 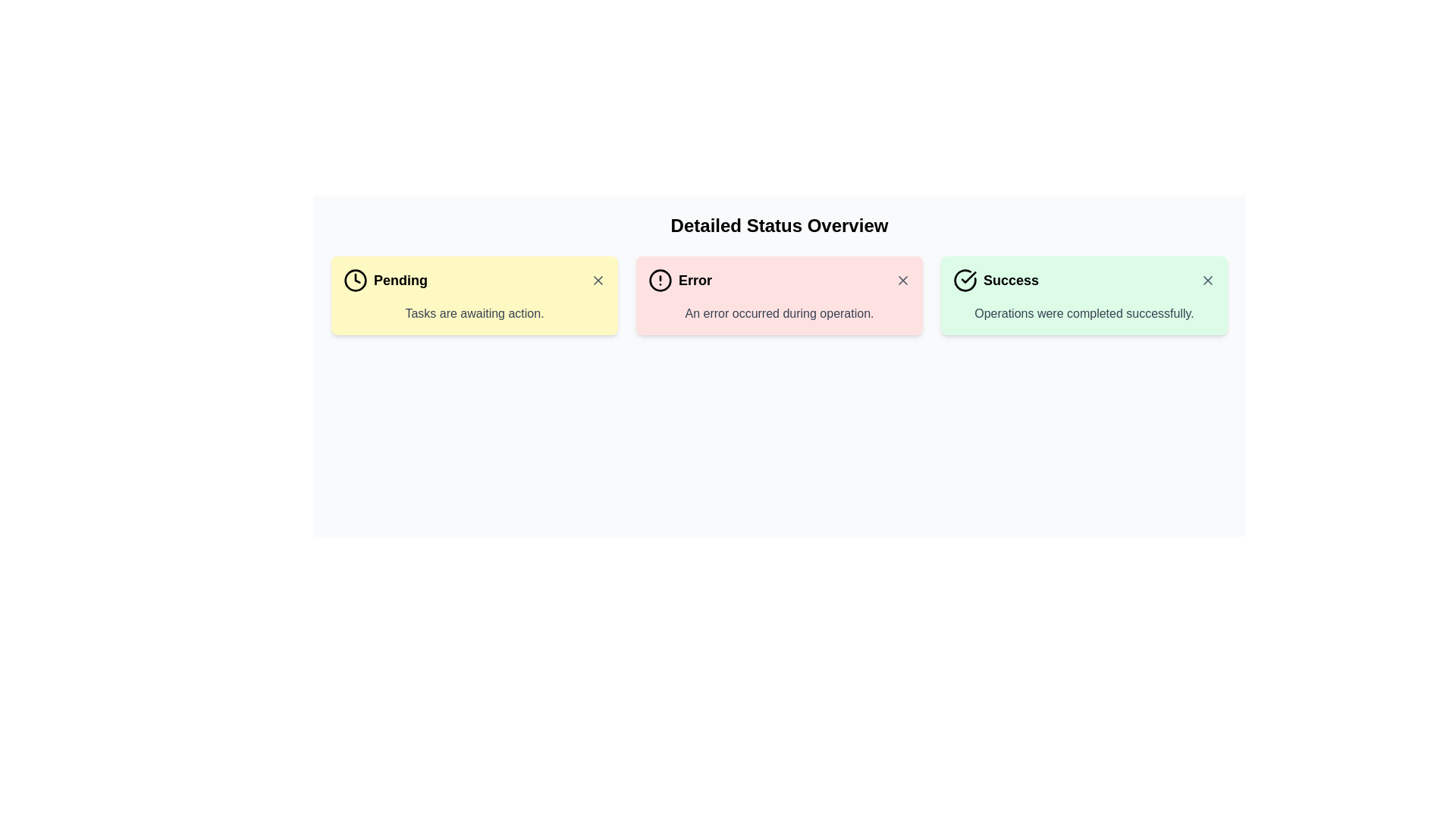 What do you see at coordinates (902, 281) in the screenshot?
I see `the close button located at the top-right corner of the 'Error' status card` at bounding box center [902, 281].